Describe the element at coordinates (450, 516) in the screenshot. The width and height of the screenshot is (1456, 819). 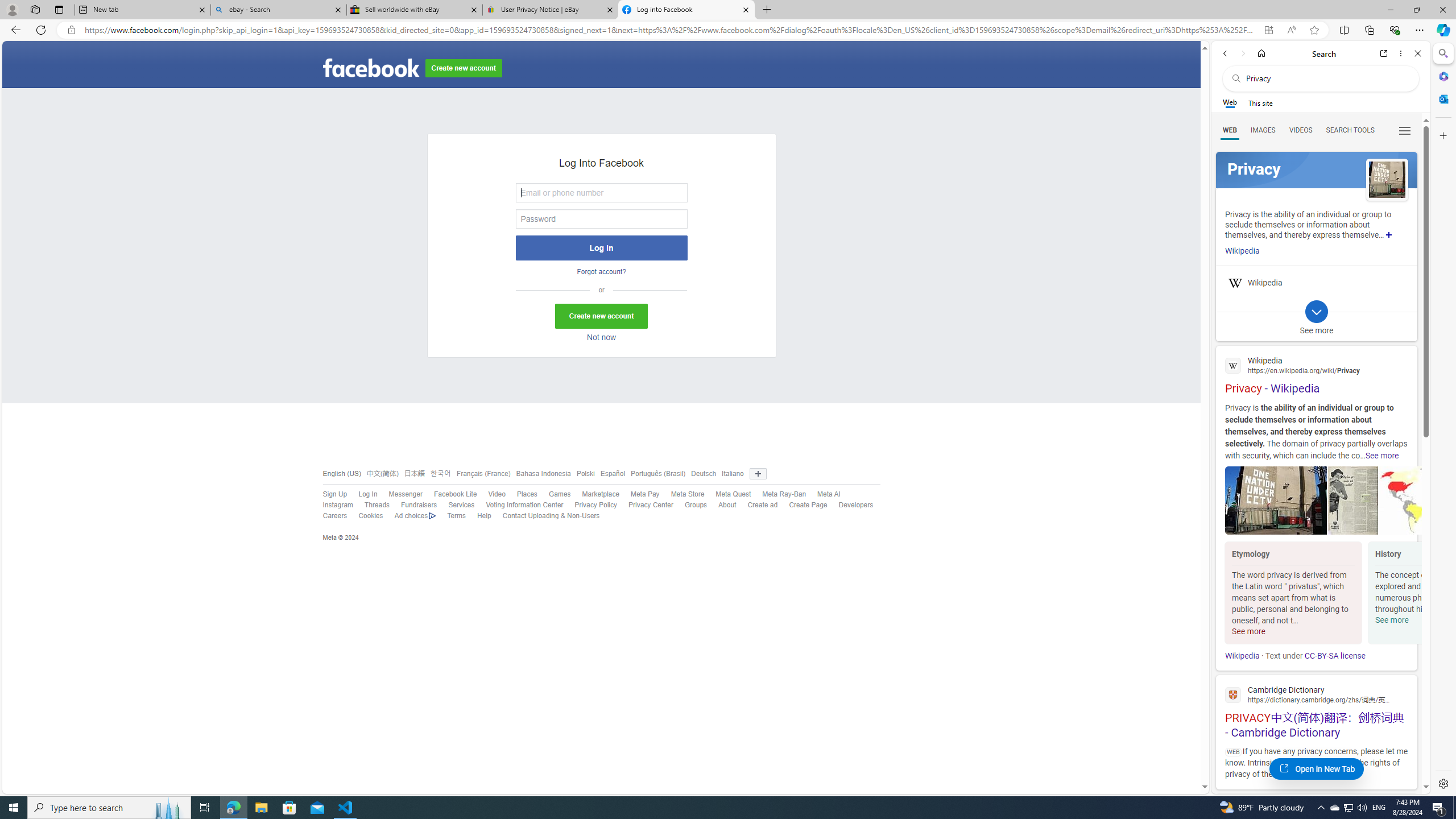
I see `'Terms'` at that location.